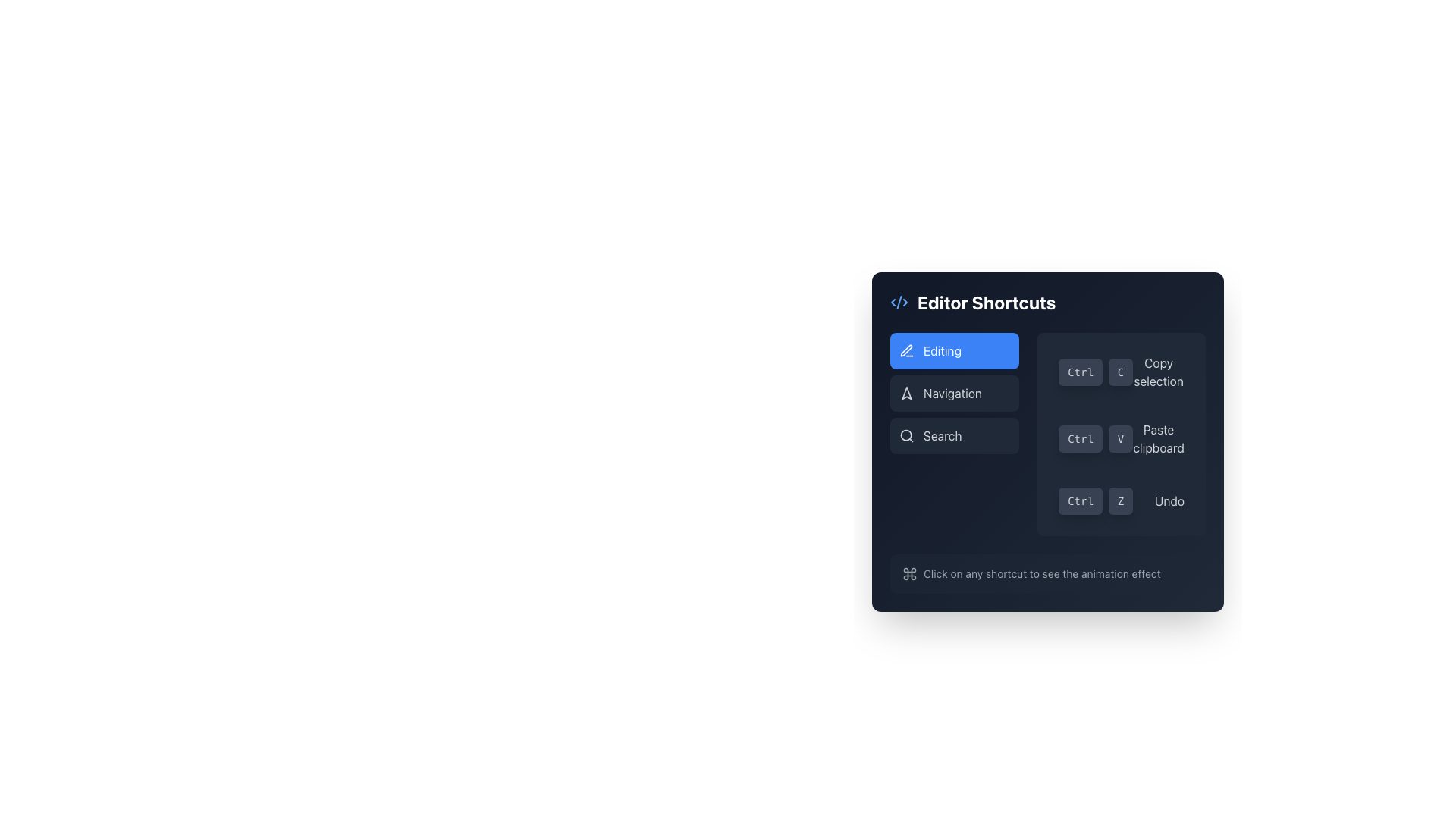 Image resolution: width=1456 pixels, height=819 pixels. Describe the element at coordinates (1121, 435) in the screenshot. I see `the UI component grouping shortcut commands, which includes buttons for 'Ctrl + C', 'Ctrl + V', and 'Ctrl + Z' with descriptive text` at that location.